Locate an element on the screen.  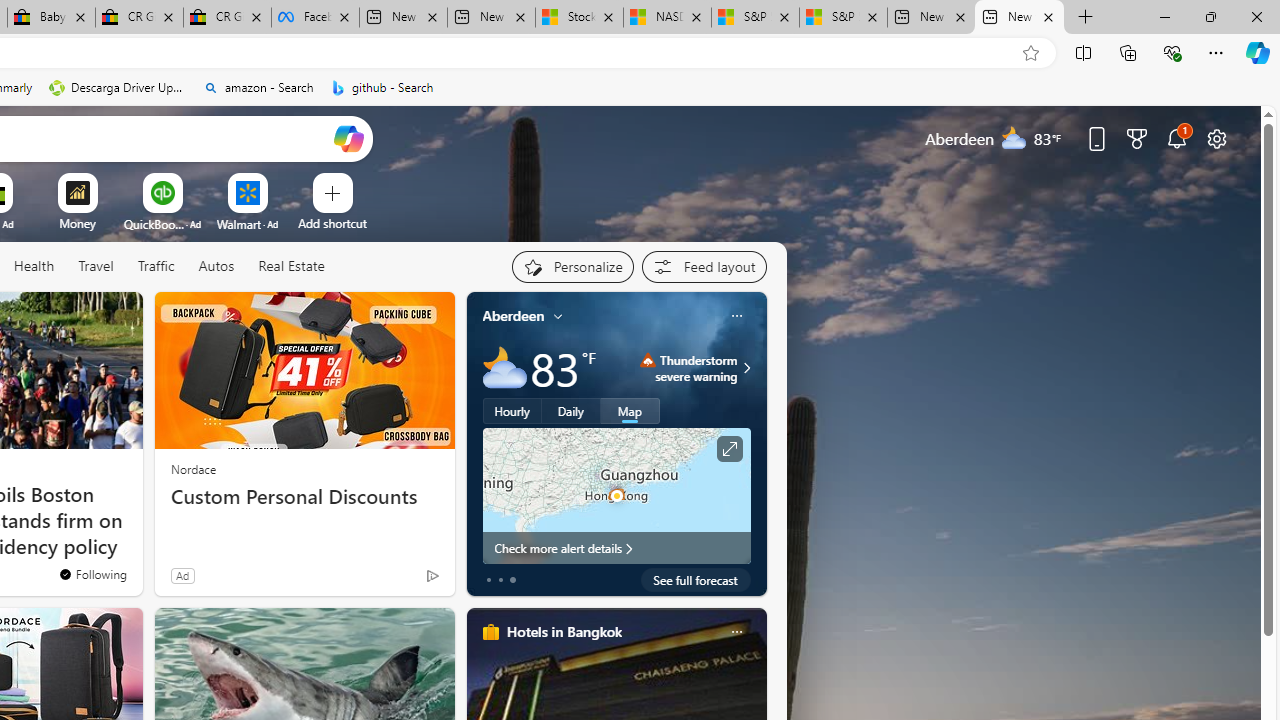
'Custom Personal Discounts' is located at coordinates (303, 496).